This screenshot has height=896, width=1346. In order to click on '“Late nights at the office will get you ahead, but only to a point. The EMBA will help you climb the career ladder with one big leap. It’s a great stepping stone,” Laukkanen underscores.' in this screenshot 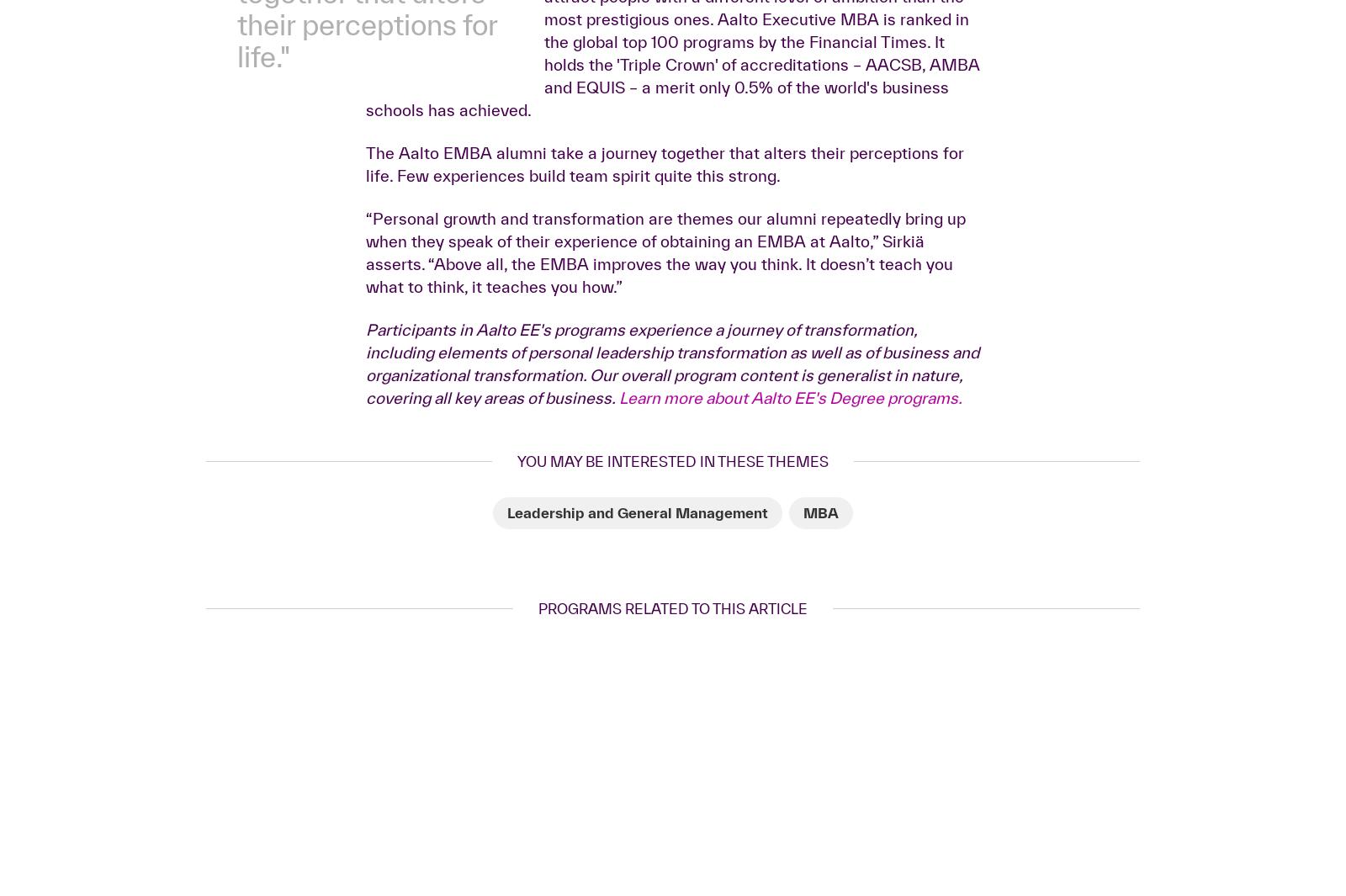, I will do `click(659, 126)`.